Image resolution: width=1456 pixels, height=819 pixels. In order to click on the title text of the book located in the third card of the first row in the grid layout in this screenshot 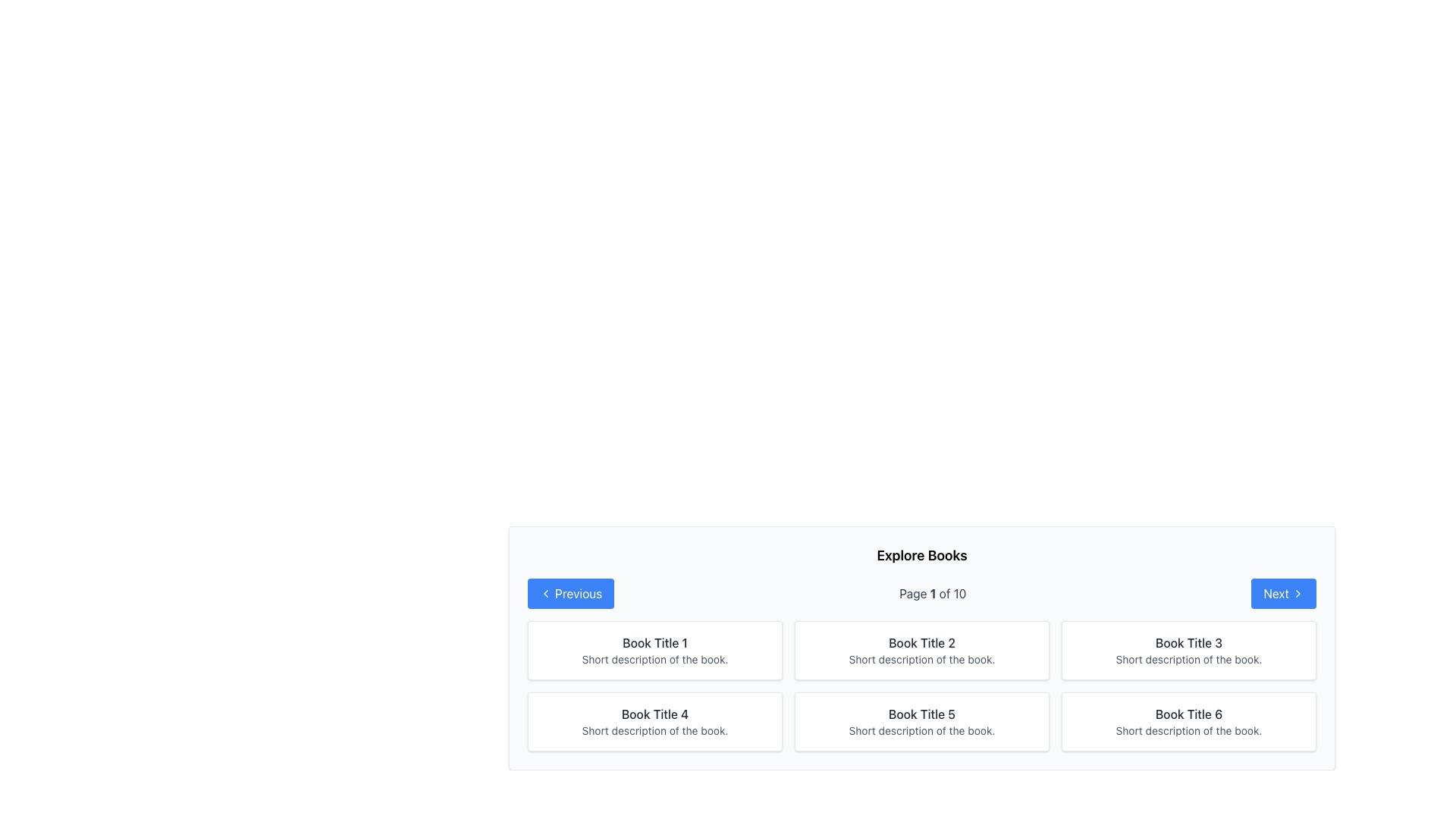, I will do `click(1188, 643)`.